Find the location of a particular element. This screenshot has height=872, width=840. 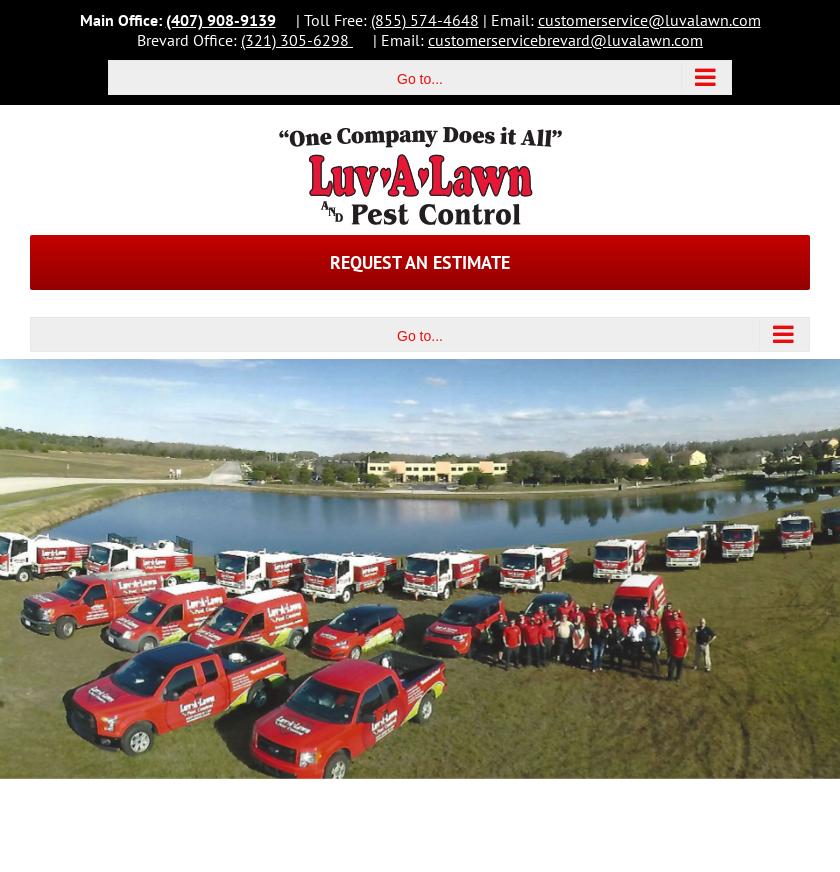

'Request an Estimate' is located at coordinates (330, 261).